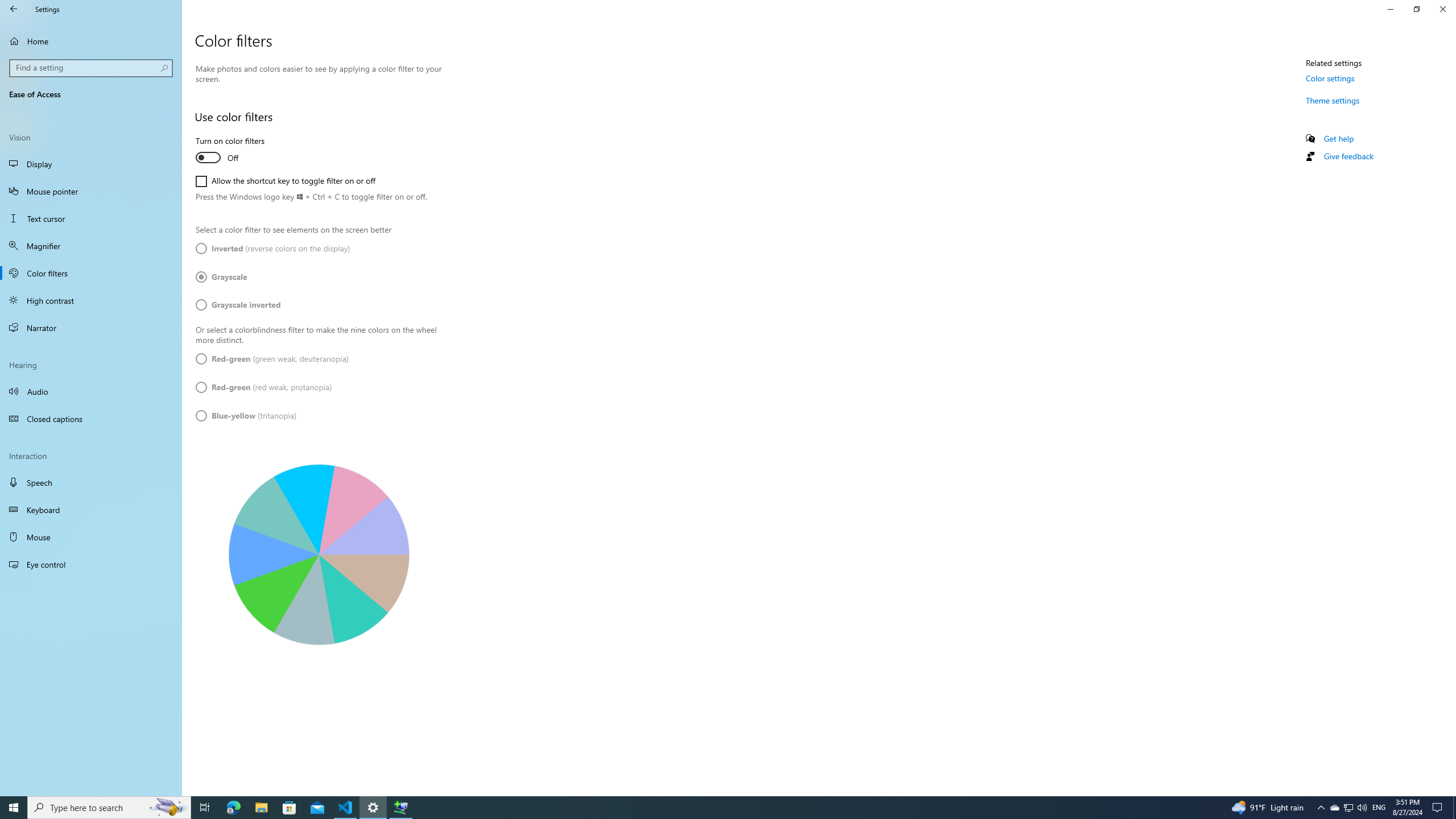 This screenshot has height=819, width=1456. Describe the element at coordinates (90, 564) in the screenshot. I see `'Eye control'` at that location.